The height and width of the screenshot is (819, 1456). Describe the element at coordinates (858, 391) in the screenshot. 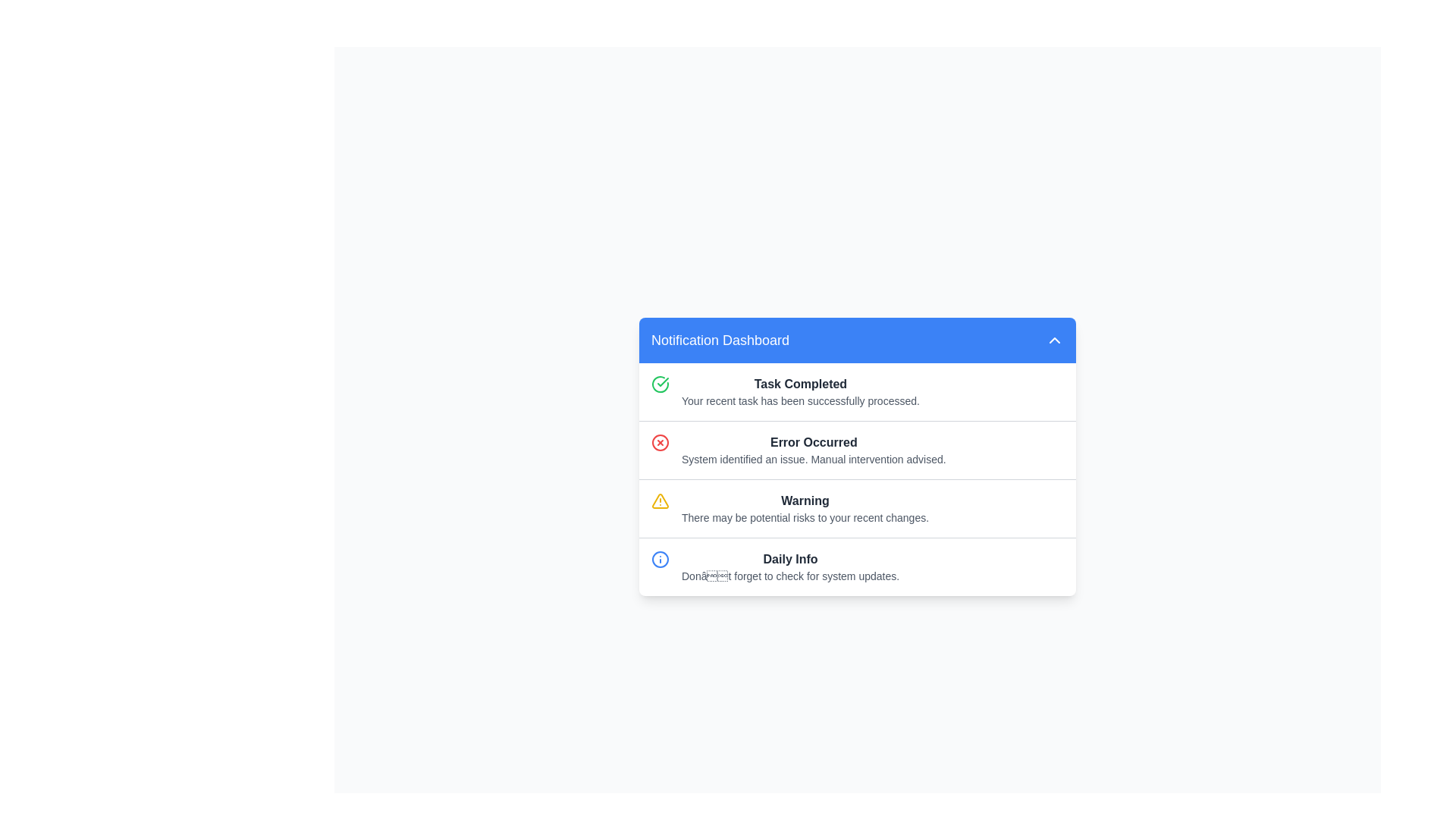

I see `text of the notification banner indicating 'Task Completed' and 'Your recent task has been successfully processed.'` at that location.